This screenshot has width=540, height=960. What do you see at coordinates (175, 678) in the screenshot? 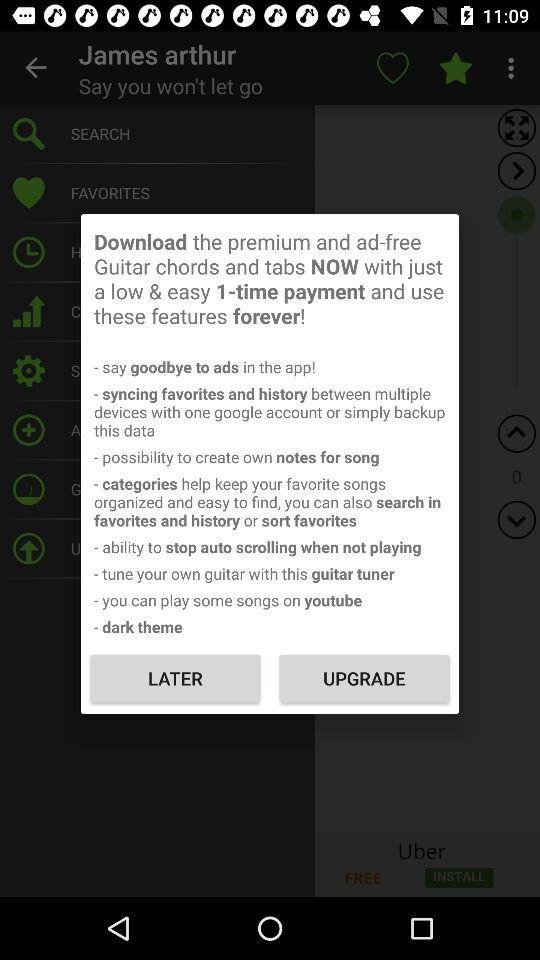
I see `icon below the - dark theme icon` at bounding box center [175, 678].